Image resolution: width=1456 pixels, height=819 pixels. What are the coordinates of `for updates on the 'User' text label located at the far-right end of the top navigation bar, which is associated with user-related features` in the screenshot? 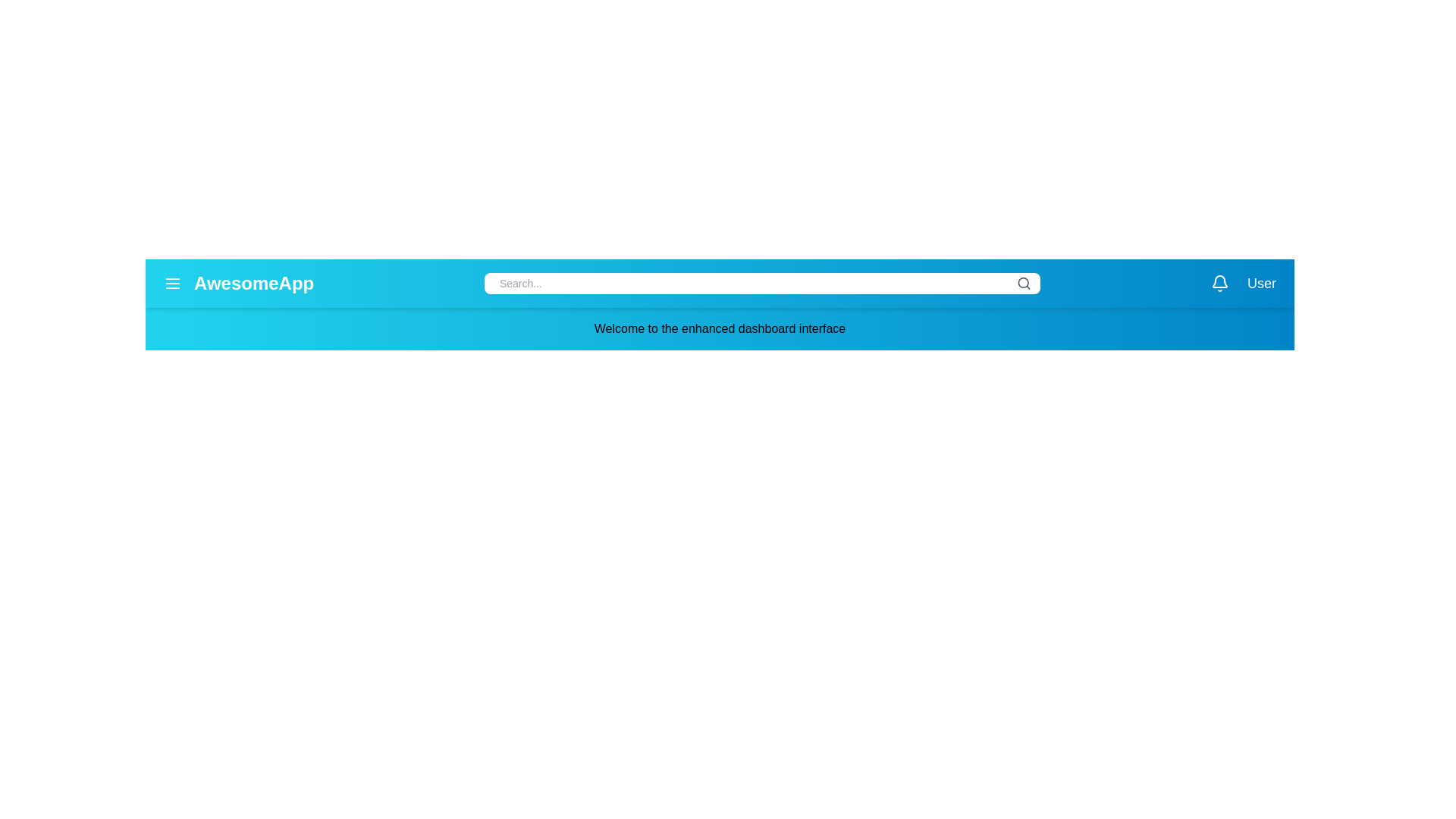 It's located at (1244, 284).